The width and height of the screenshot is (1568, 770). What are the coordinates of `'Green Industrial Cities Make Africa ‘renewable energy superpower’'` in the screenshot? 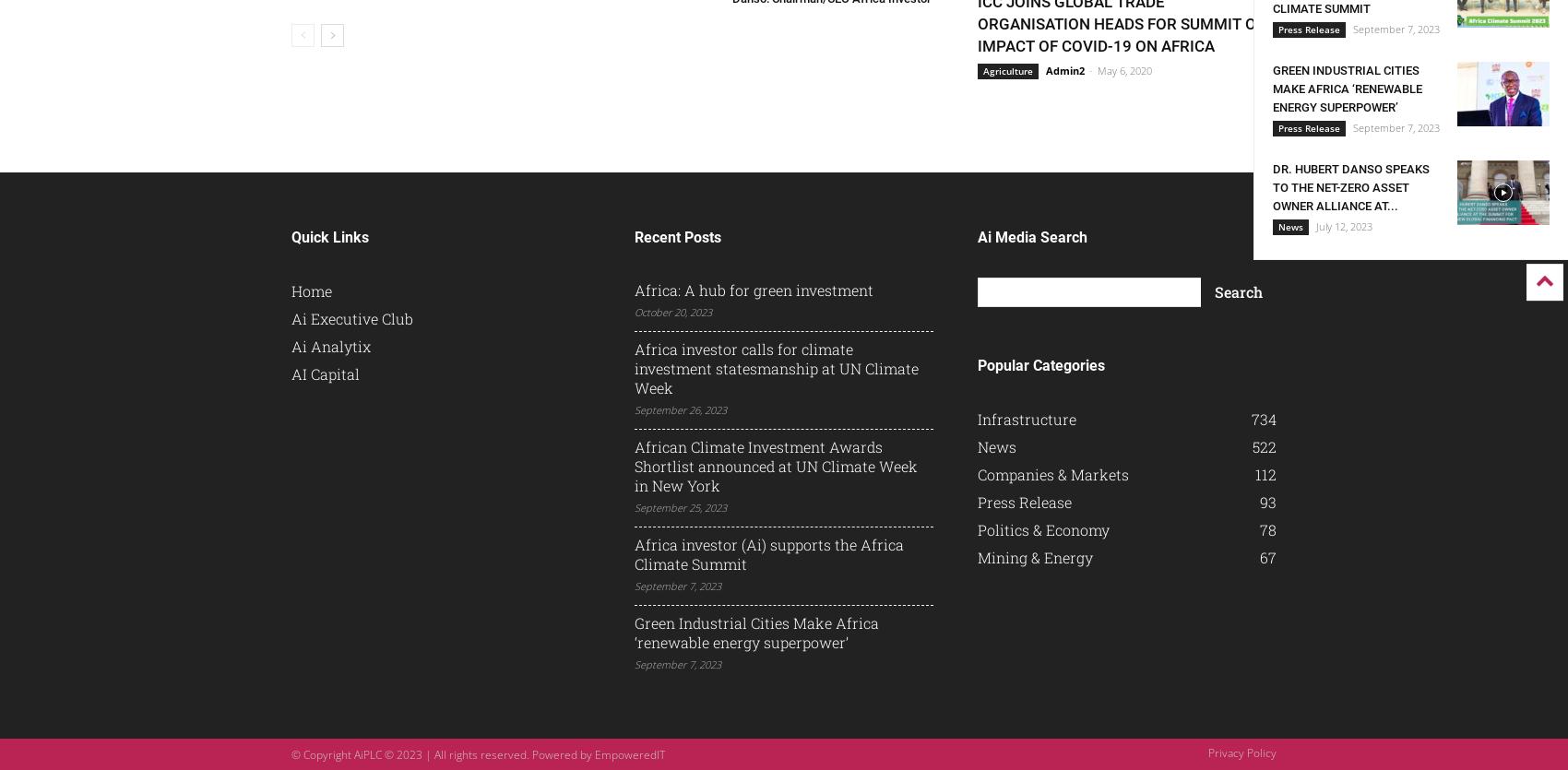 It's located at (634, 633).